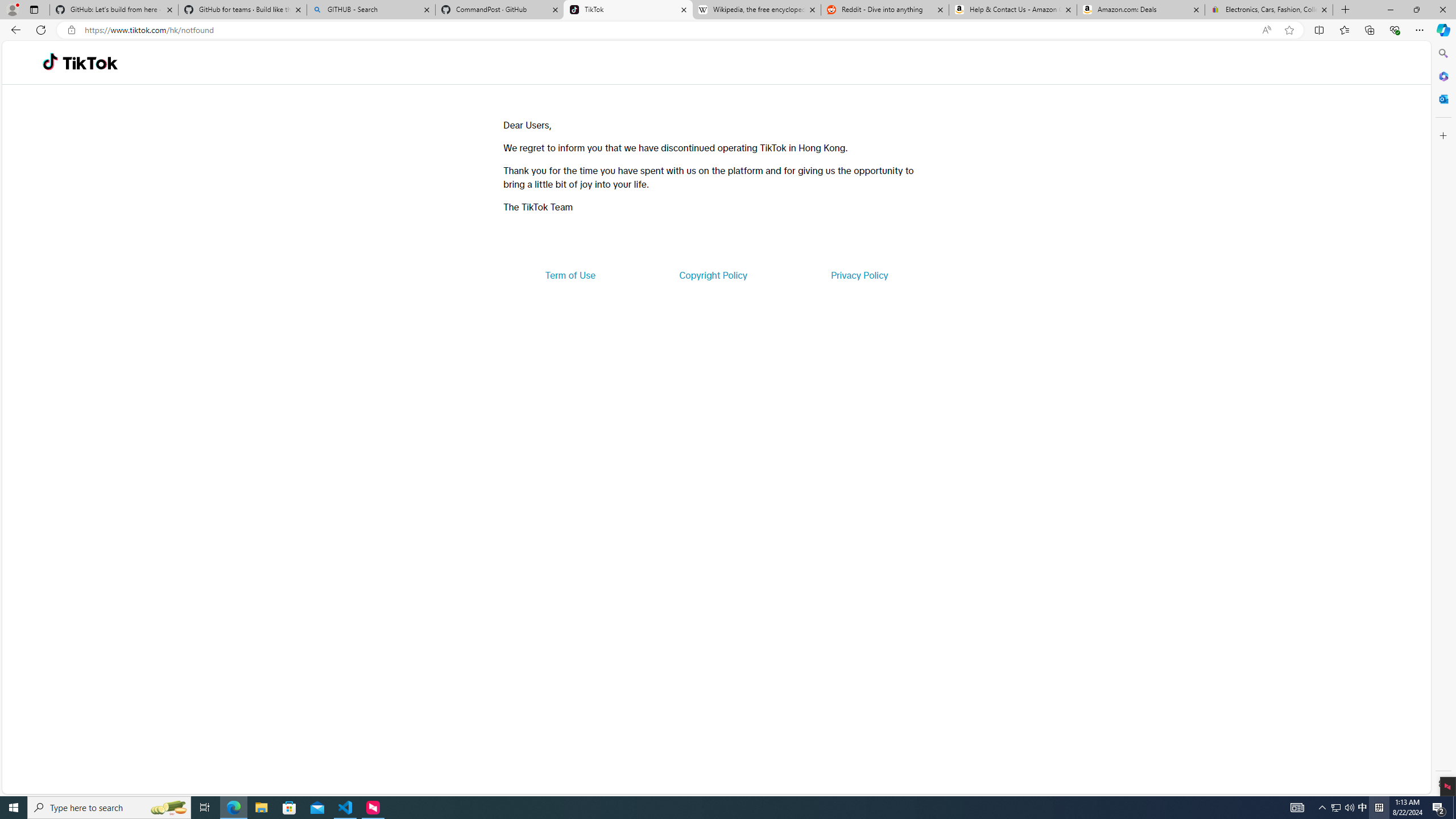 The image size is (1456, 819). What do you see at coordinates (1012, 9) in the screenshot?
I see `'Help & Contact Us - Amazon Customer Service'` at bounding box center [1012, 9].